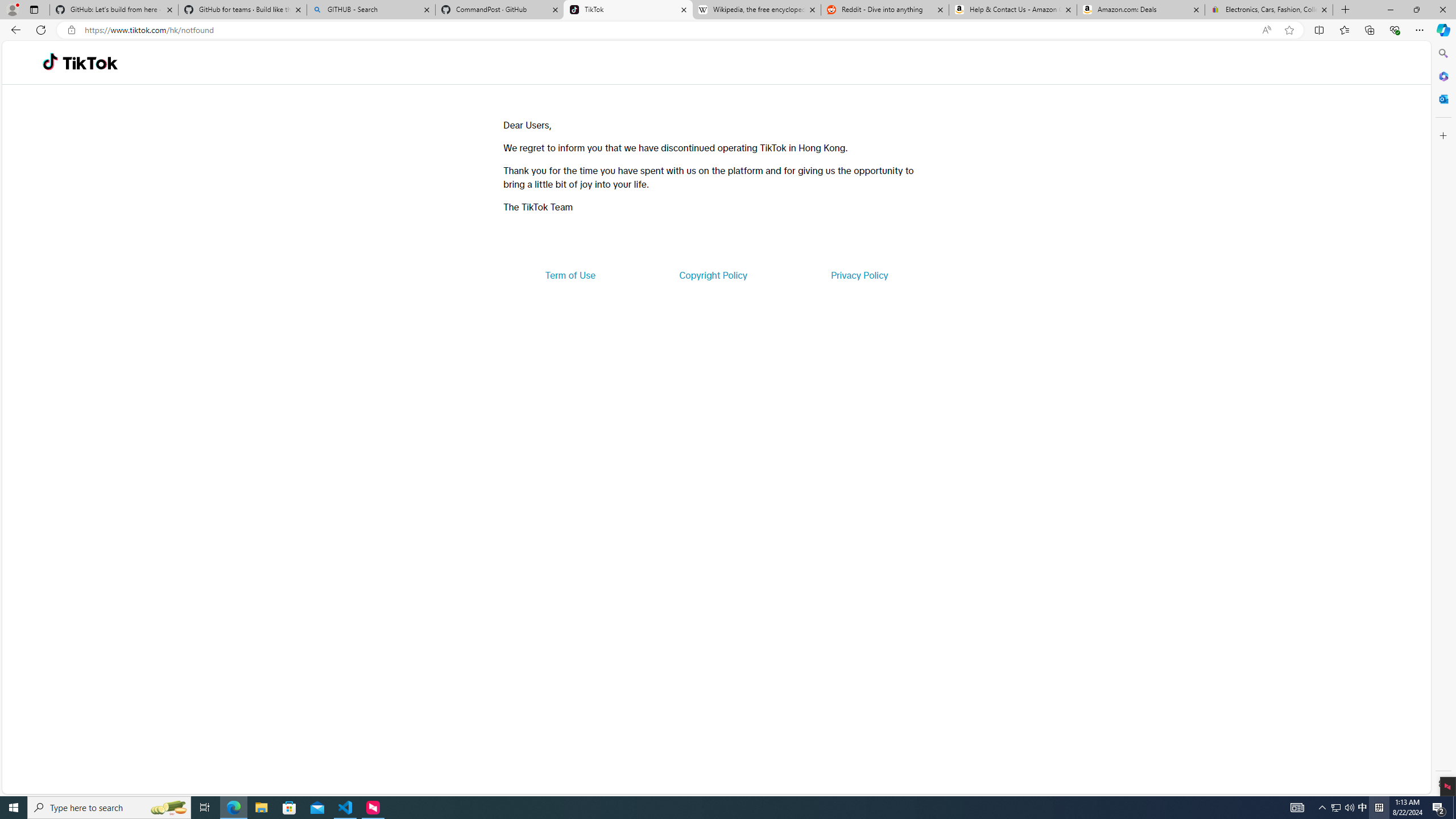 The image size is (1456, 819). What do you see at coordinates (1012, 9) in the screenshot?
I see `'Help & Contact Us - Amazon Customer Service'` at bounding box center [1012, 9].